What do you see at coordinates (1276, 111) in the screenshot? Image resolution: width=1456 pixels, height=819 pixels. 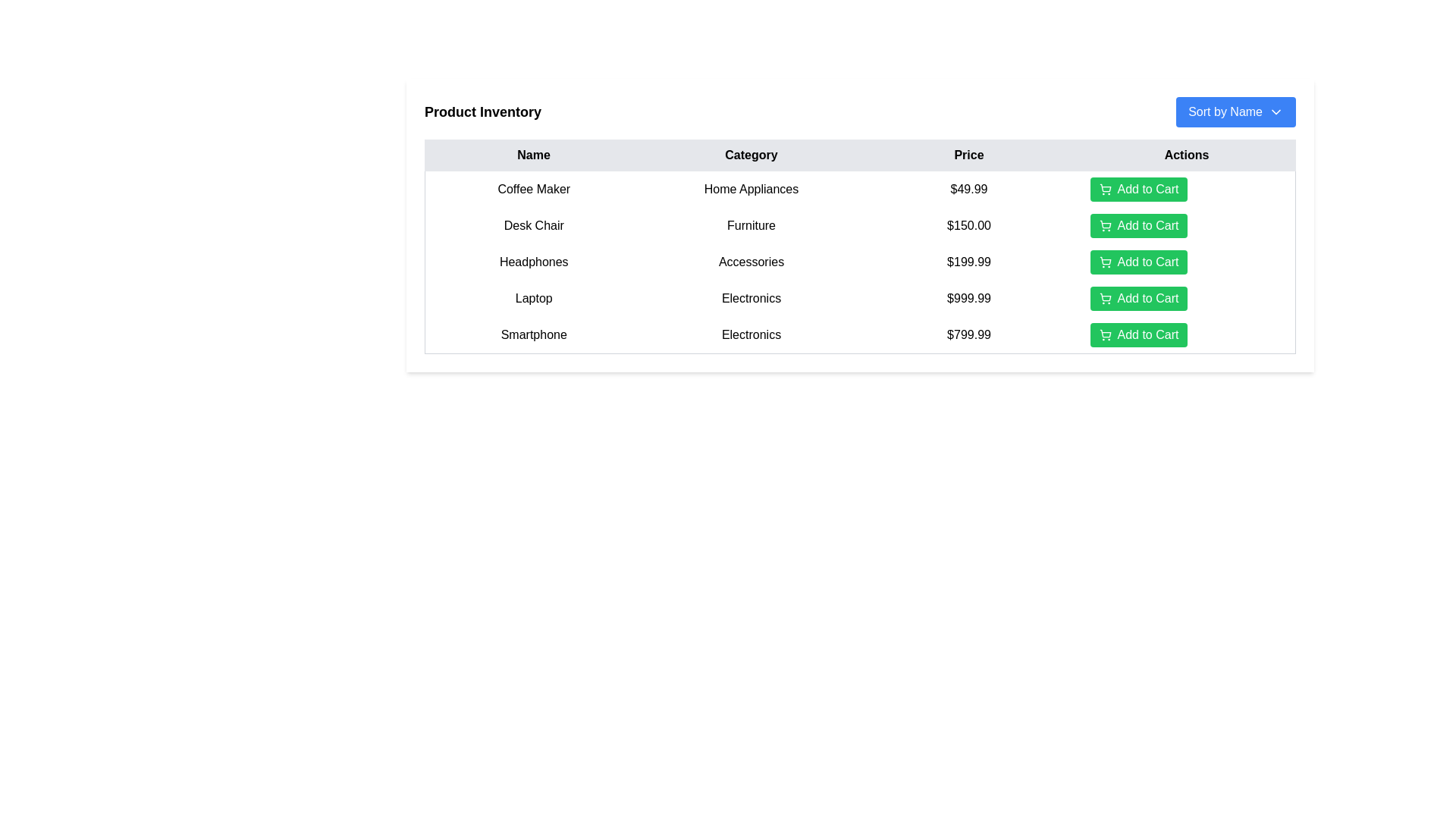 I see `the downward-pointing chevron icon with a light blue background, located to the right of the 'Sort by Name' text` at bounding box center [1276, 111].